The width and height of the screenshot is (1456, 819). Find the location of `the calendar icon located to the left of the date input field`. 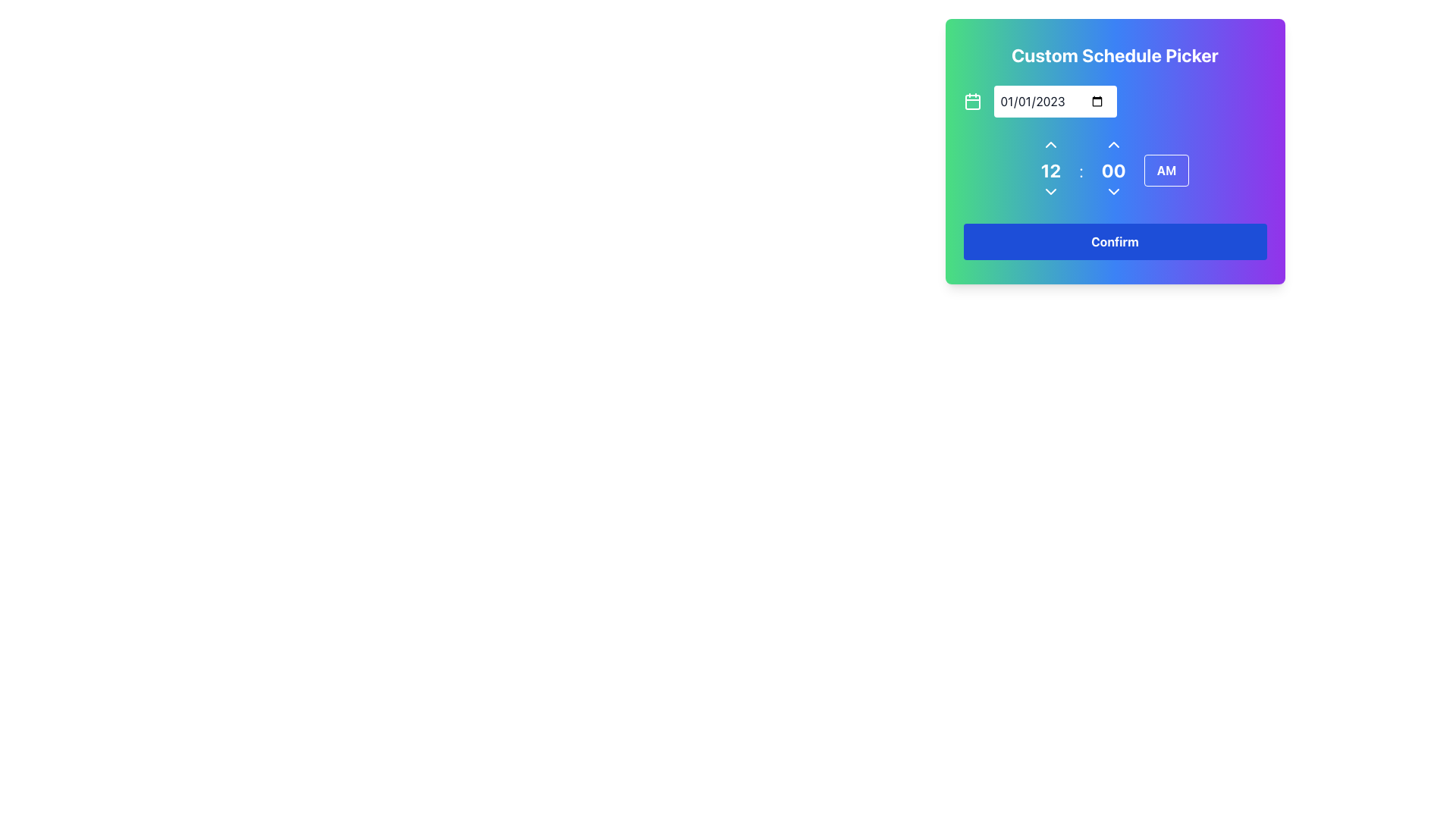

the calendar icon located to the left of the date input field is located at coordinates (972, 102).